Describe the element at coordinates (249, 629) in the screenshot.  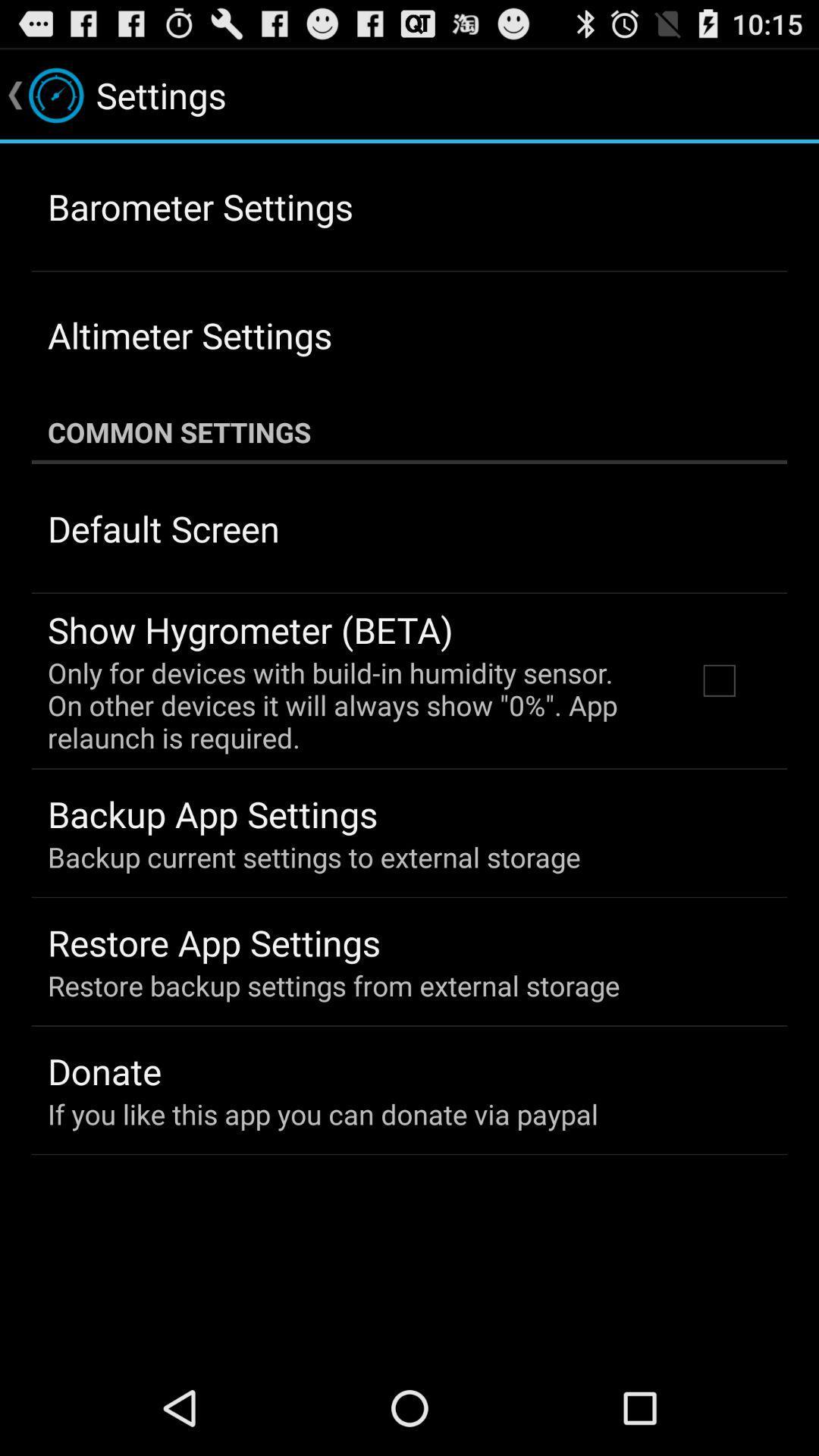
I see `show hygrometer (beta)` at that location.